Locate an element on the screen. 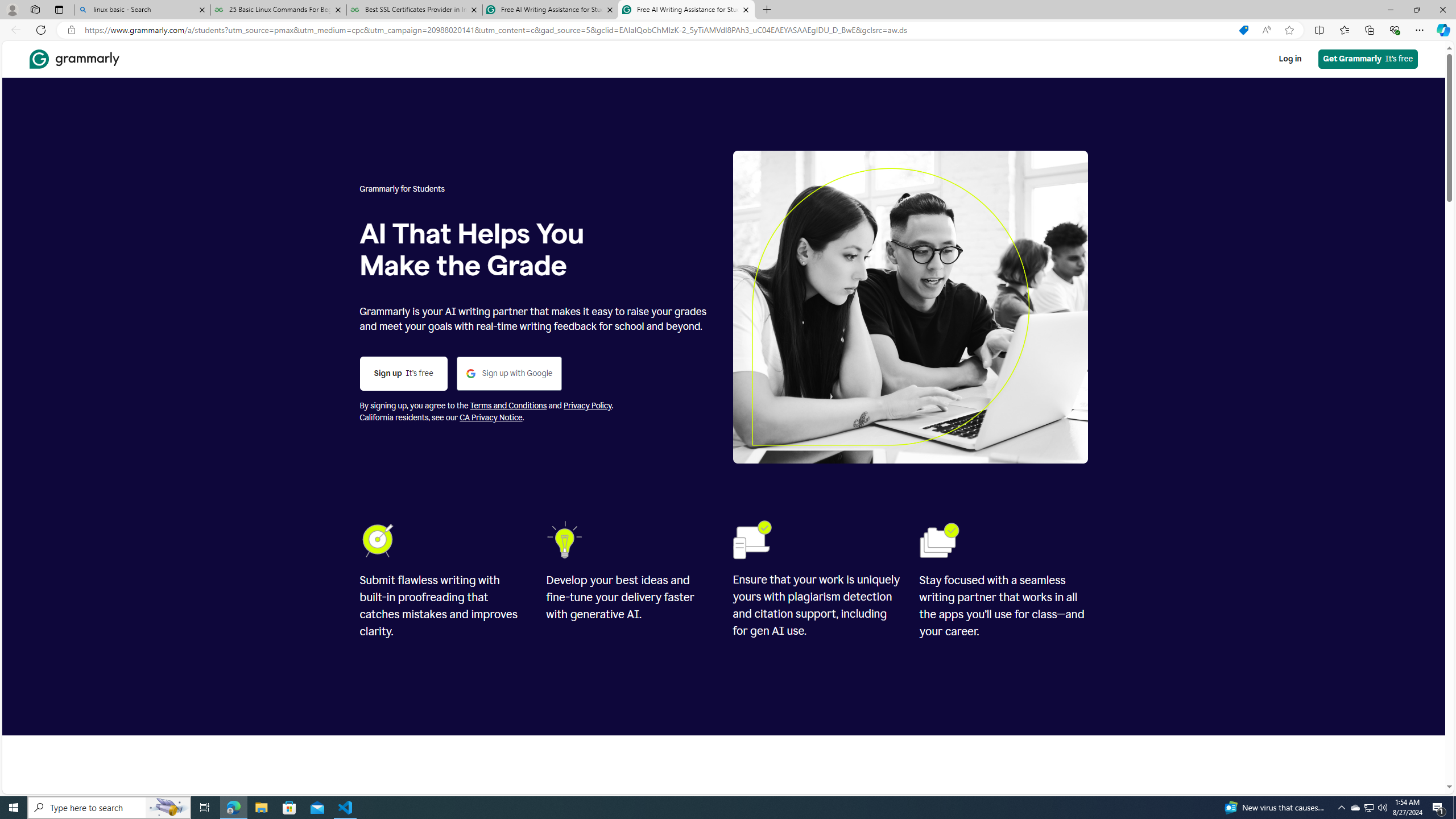 Image resolution: width=1456 pixels, height=819 pixels. 'Lightbulb' is located at coordinates (565, 540).